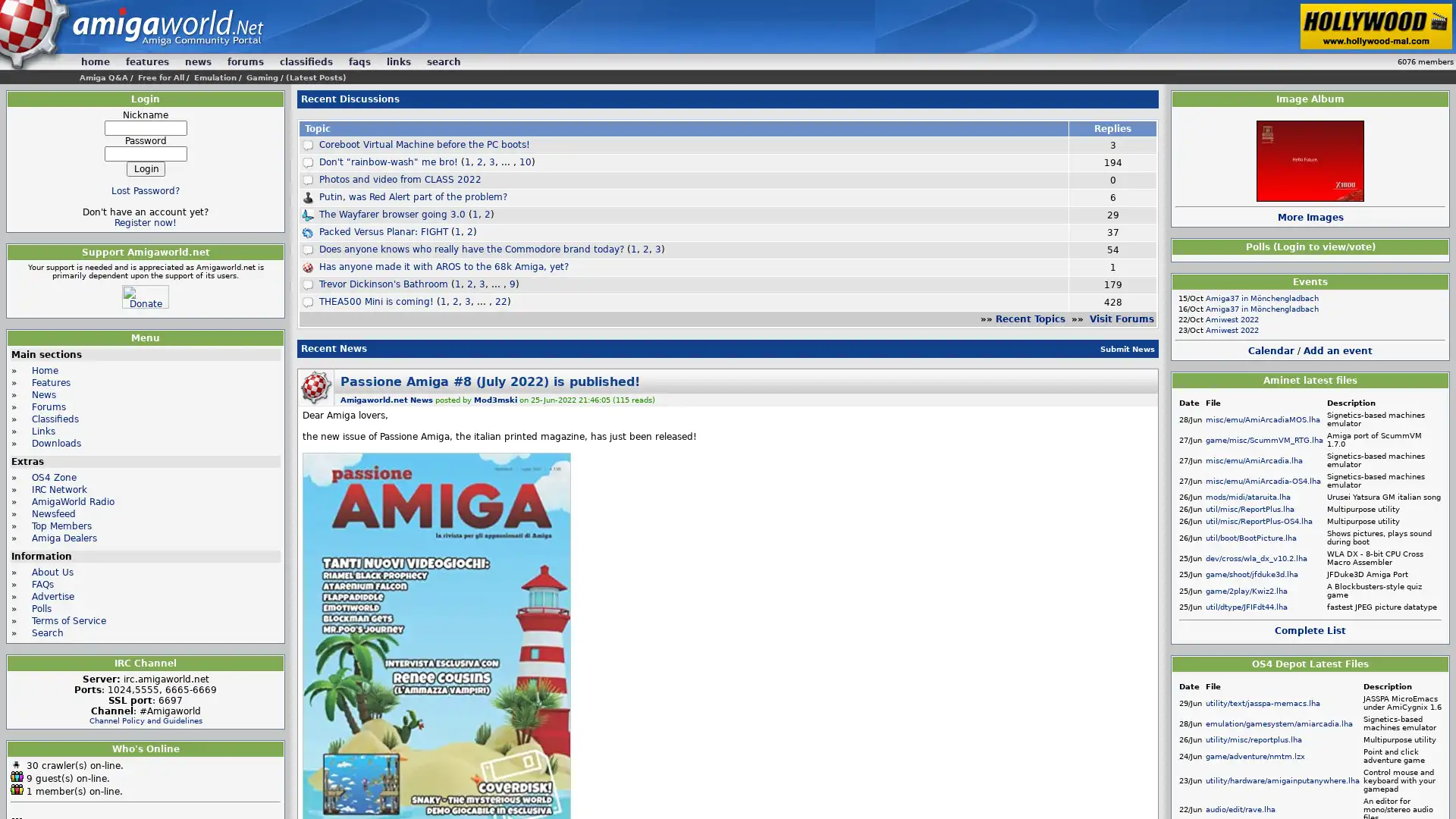  What do you see at coordinates (145, 169) in the screenshot?
I see `Login` at bounding box center [145, 169].